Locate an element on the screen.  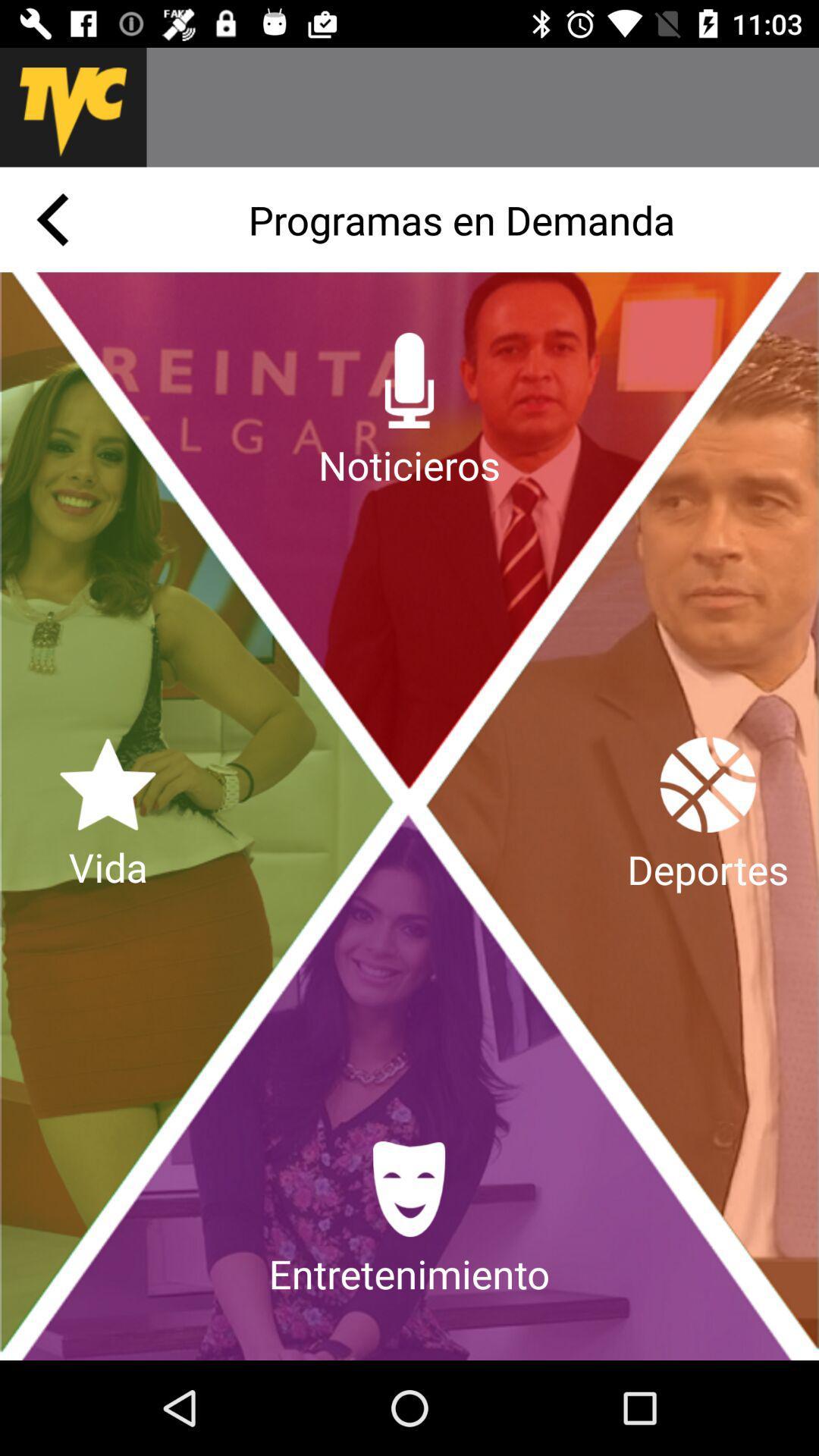
the item next to vida item is located at coordinates (708, 815).